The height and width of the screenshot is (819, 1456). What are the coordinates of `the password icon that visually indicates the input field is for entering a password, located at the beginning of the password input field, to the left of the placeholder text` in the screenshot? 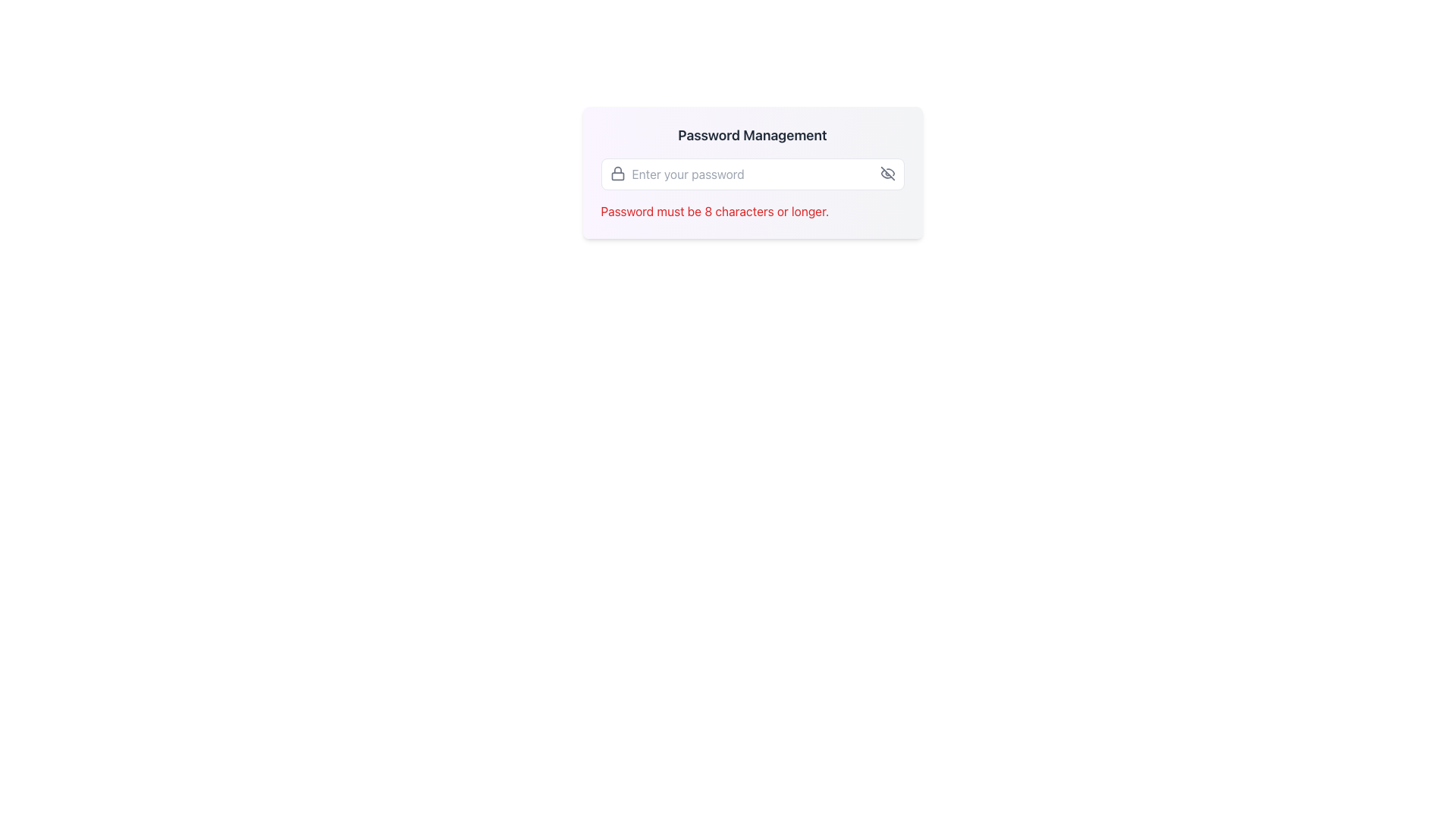 It's located at (617, 172).